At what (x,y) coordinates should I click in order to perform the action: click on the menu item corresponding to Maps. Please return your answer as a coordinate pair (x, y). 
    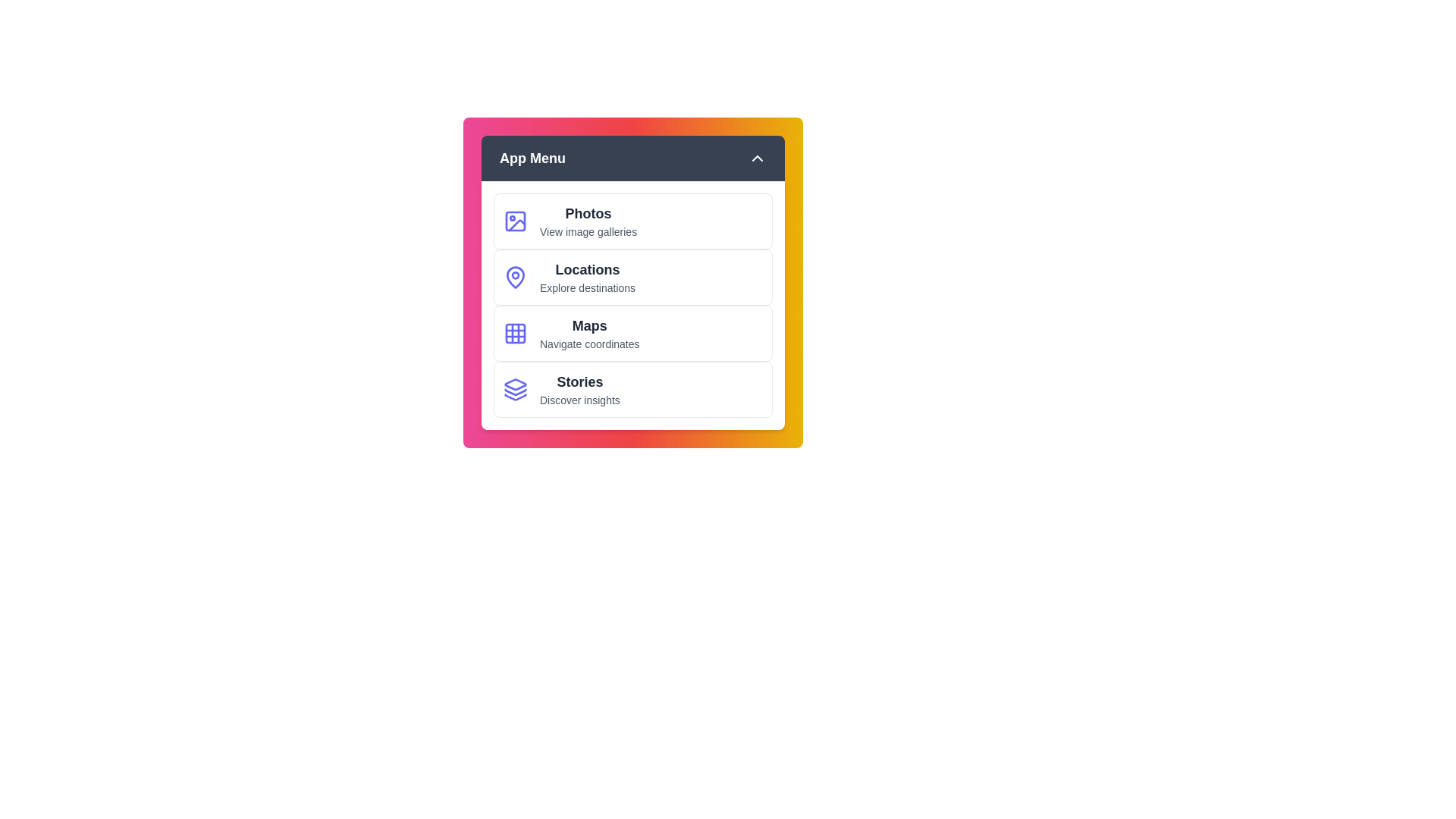
    Looking at the image, I should click on (633, 332).